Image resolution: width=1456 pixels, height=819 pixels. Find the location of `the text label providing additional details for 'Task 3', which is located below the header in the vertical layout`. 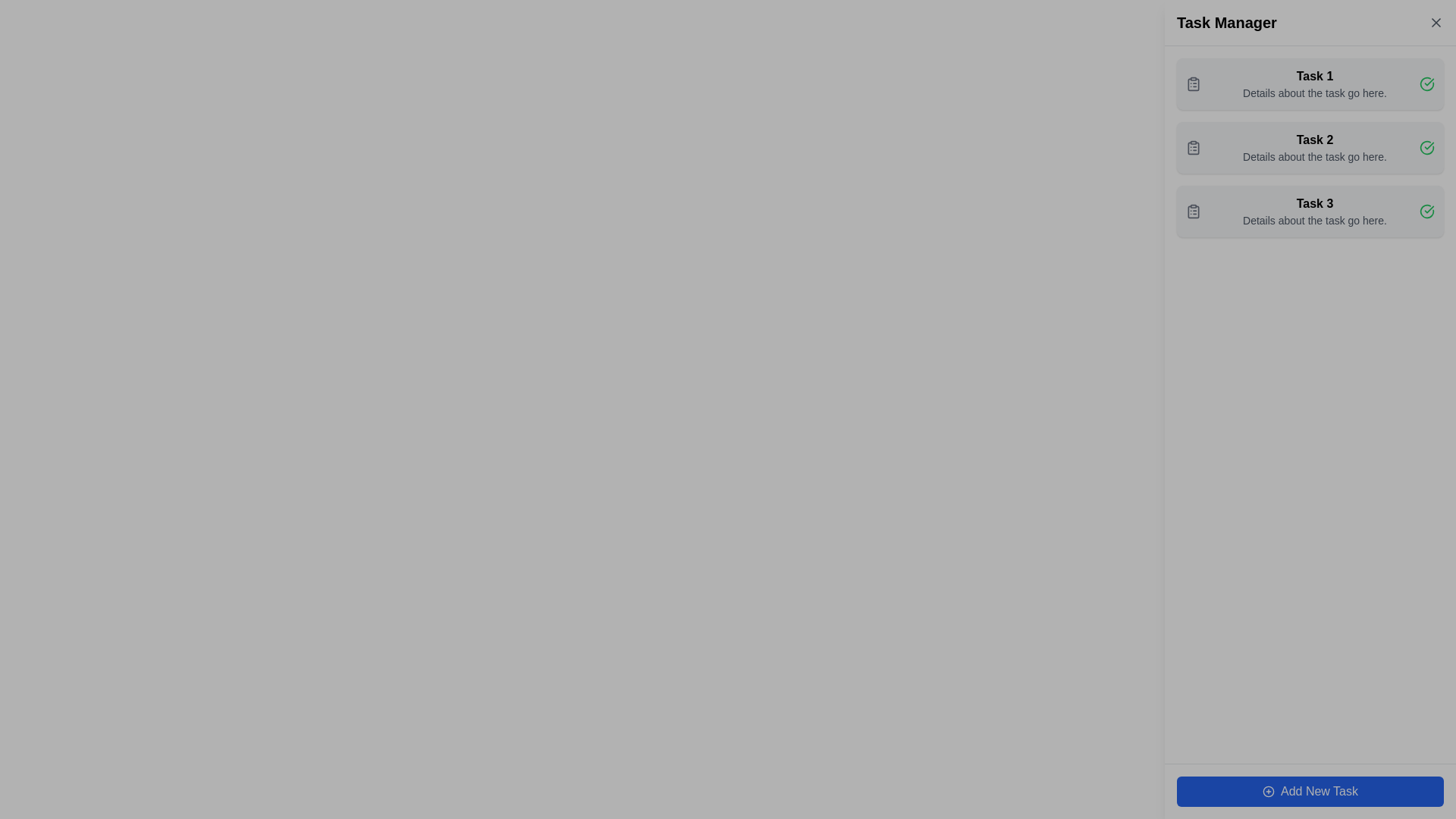

the text label providing additional details for 'Task 3', which is located below the header in the vertical layout is located at coordinates (1313, 220).